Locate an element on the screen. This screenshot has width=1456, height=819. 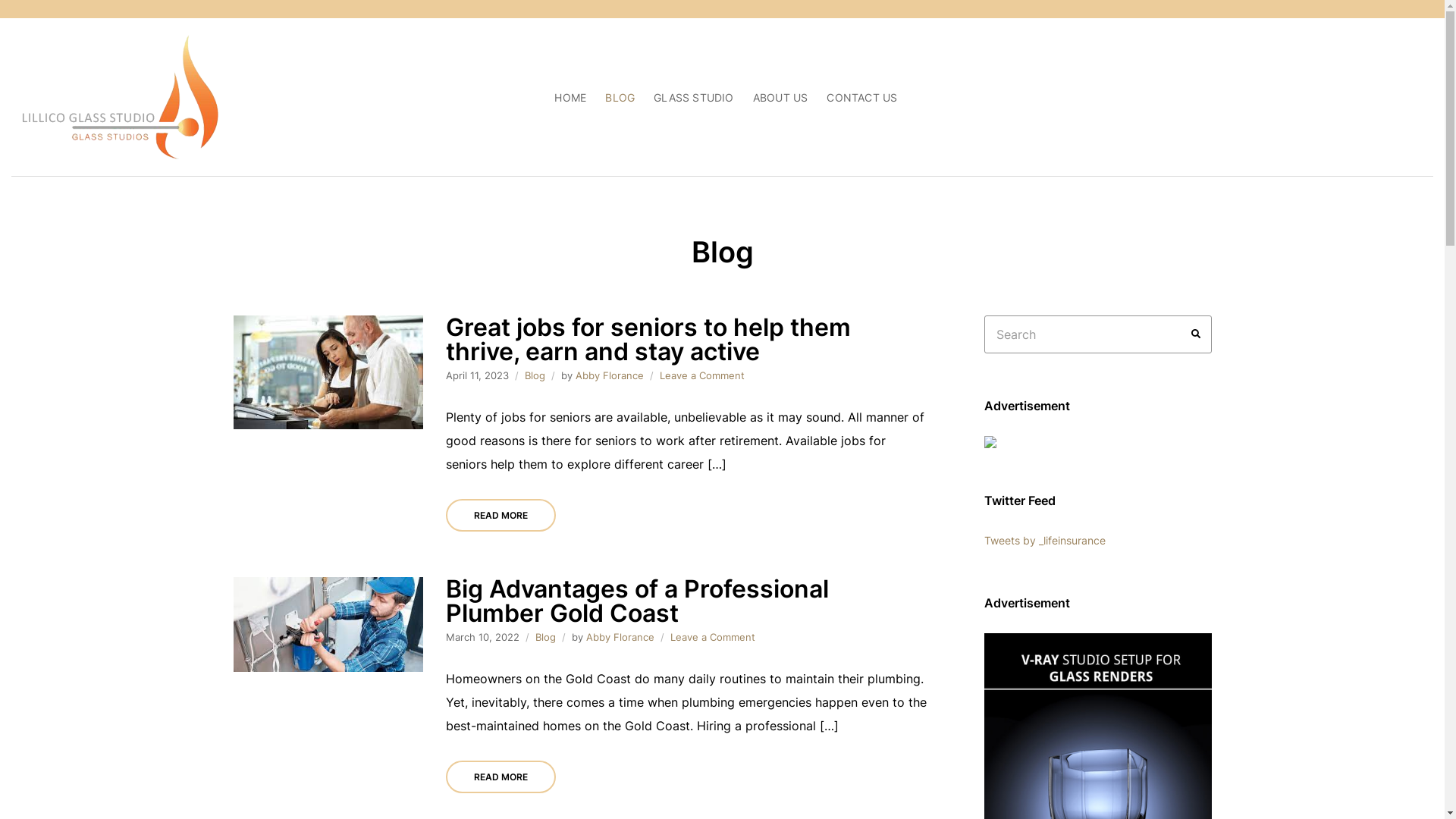
'Blog' is located at coordinates (535, 375).